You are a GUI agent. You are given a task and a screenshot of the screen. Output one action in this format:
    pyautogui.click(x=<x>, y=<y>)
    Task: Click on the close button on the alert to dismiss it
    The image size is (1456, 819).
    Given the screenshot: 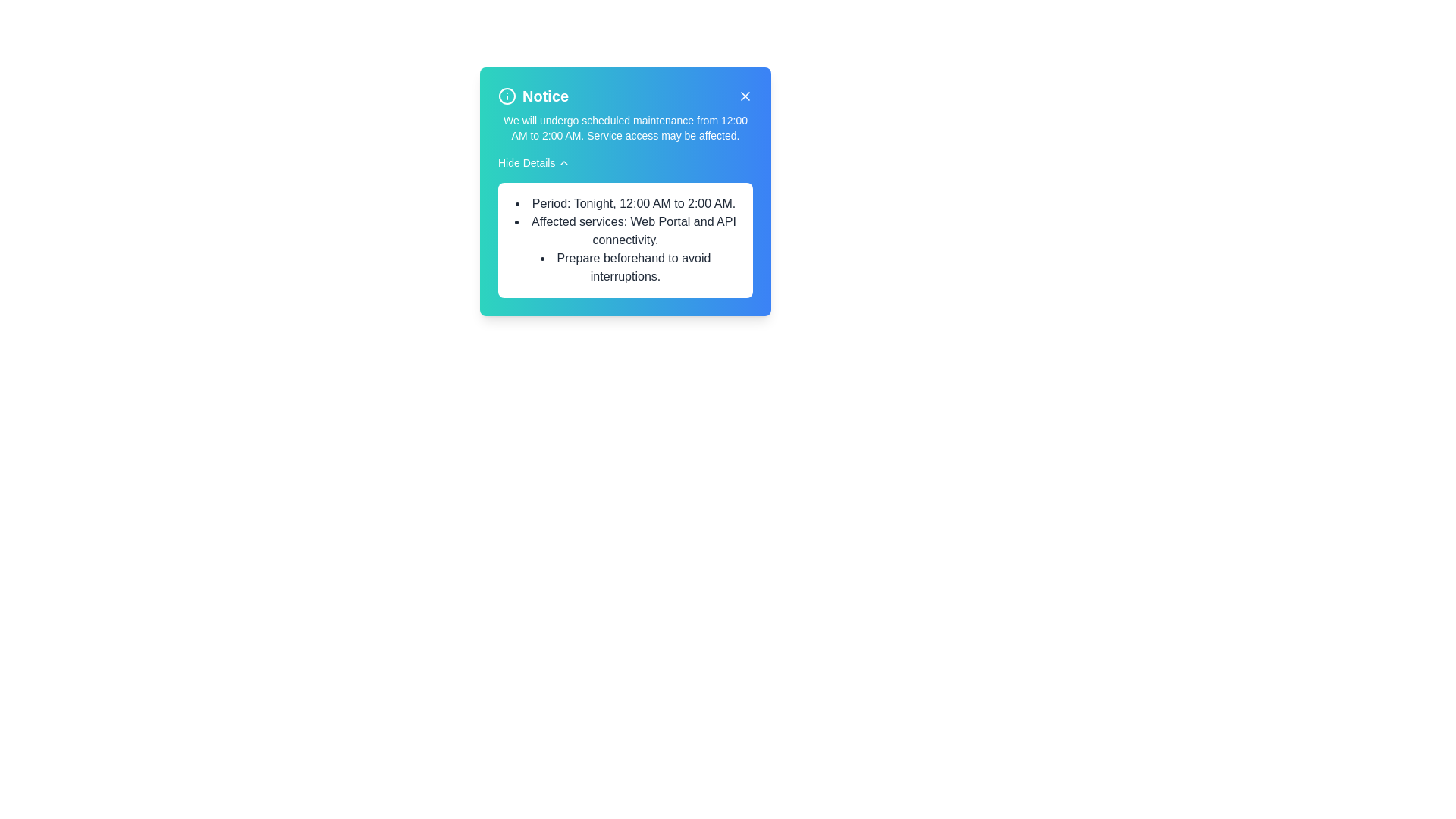 What is the action you would take?
    pyautogui.click(x=745, y=96)
    